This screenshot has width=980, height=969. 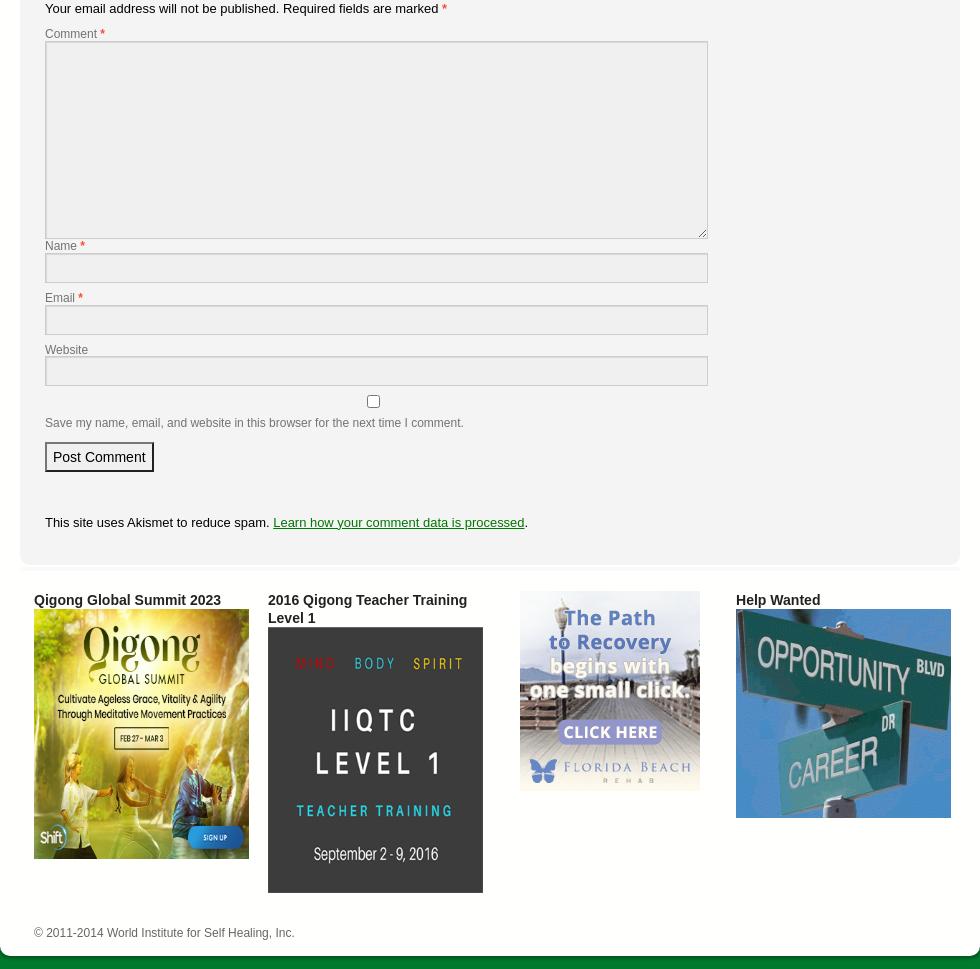 I want to click on 'Qigong Global Summit 2023', so click(x=34, y=598).